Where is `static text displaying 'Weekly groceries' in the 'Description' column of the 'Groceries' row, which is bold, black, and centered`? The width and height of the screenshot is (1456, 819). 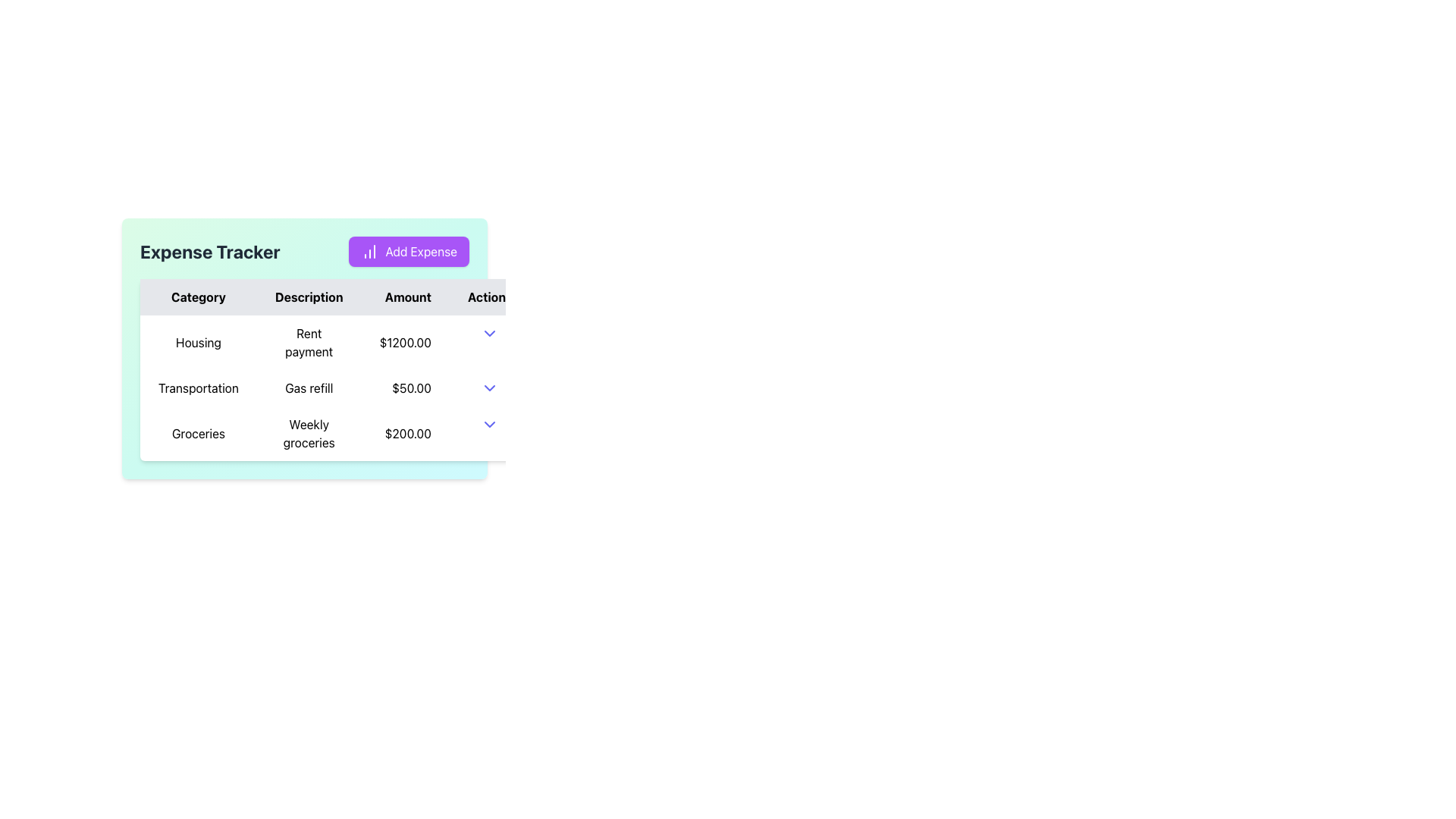
static text displaying 'Weekly groceries' in the 'Description' column of the 'Groceries' row, which is bold, black, and centered is located at coordinates (308, 433).